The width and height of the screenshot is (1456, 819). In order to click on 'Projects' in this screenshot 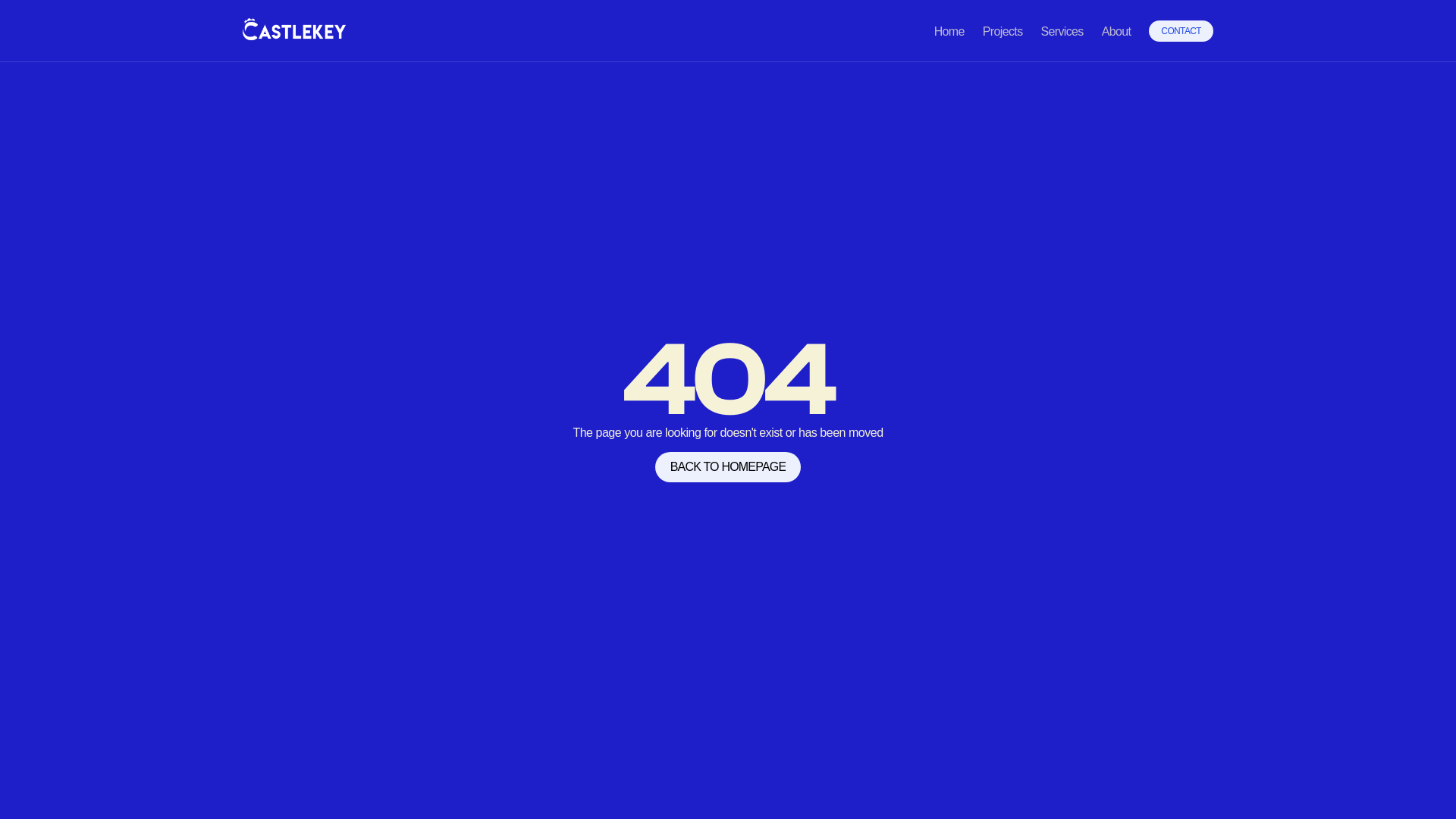, I will do `click(1003, 31)`.